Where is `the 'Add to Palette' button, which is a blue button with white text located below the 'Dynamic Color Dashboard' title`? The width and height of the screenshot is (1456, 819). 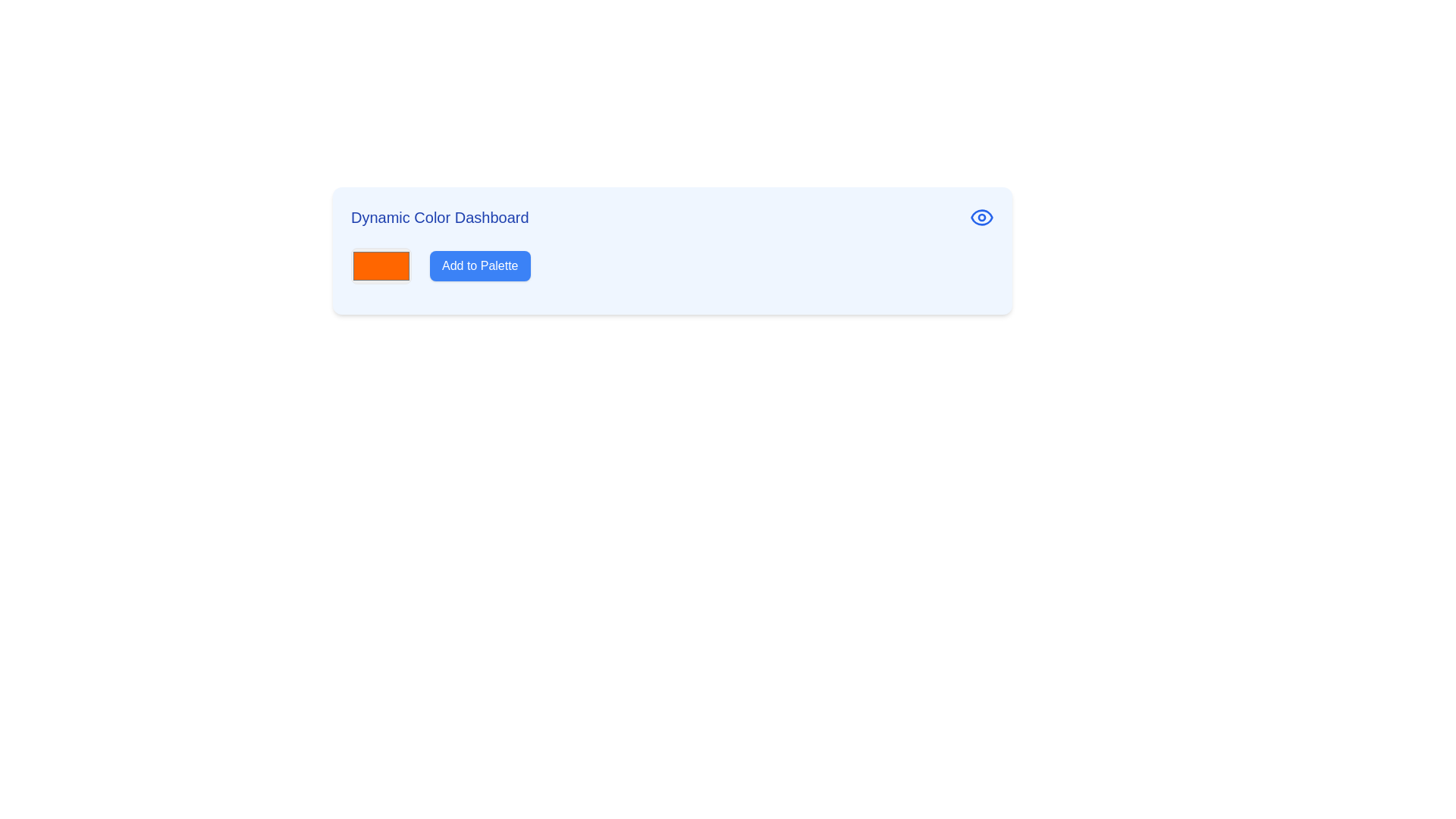 the 'Add to Palette' button, which is a blue button with white text located below the 'Dynamic Color Dashboard' title is located at coordinates (479, 265).